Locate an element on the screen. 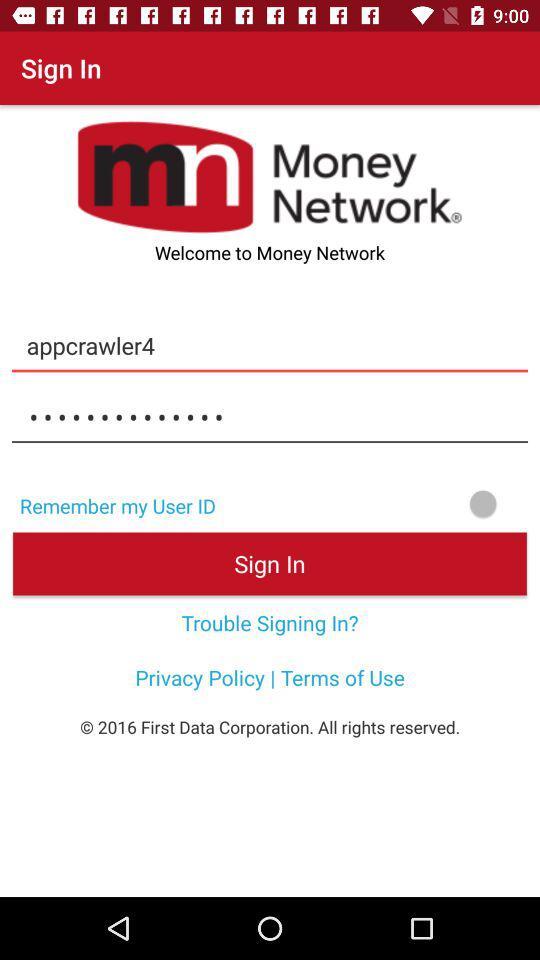  the appcrawler4 icon is located at coordinates (270, 345).